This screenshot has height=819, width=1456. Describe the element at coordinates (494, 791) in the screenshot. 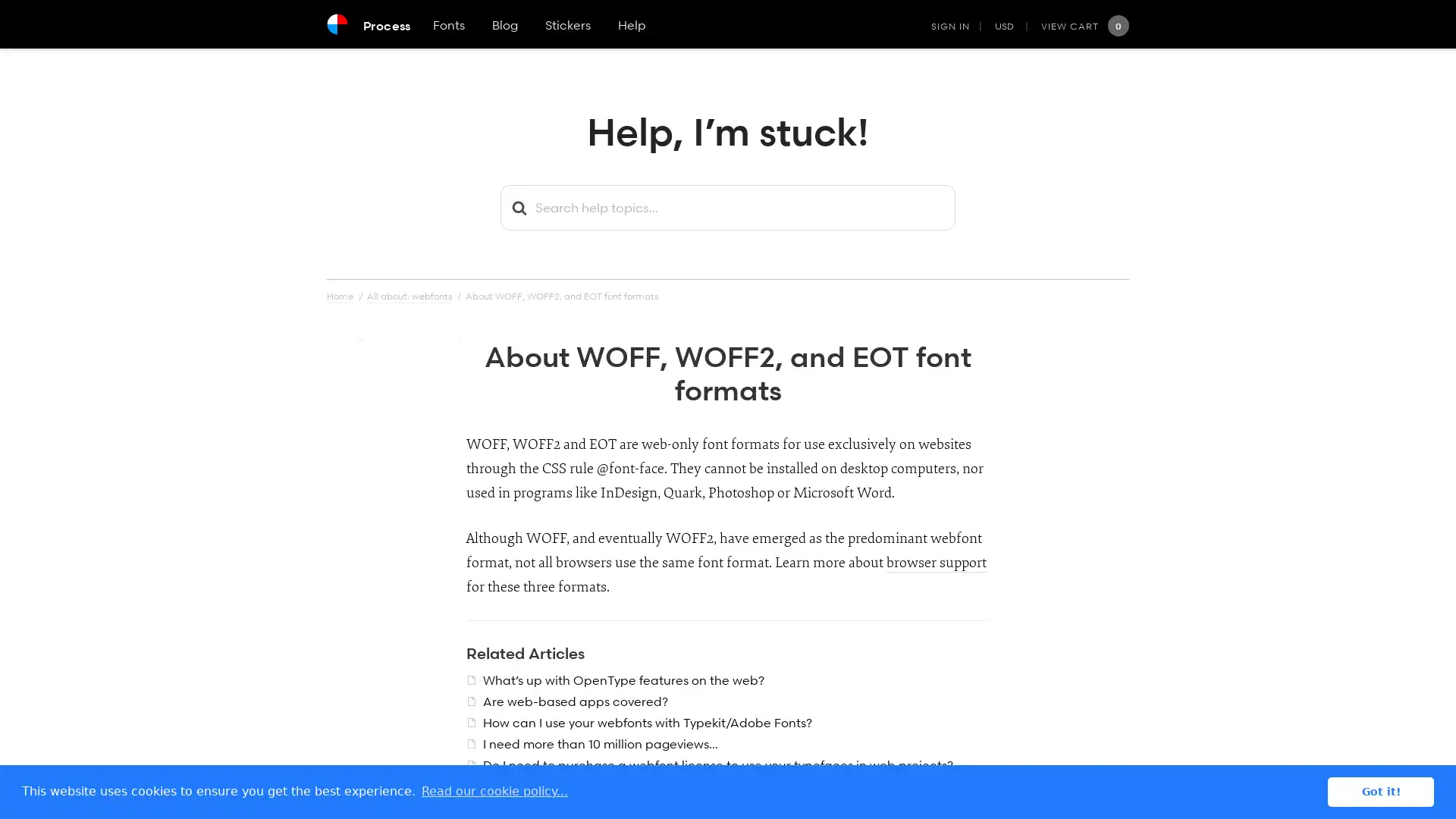

I see `learn more about cookies` at that location.